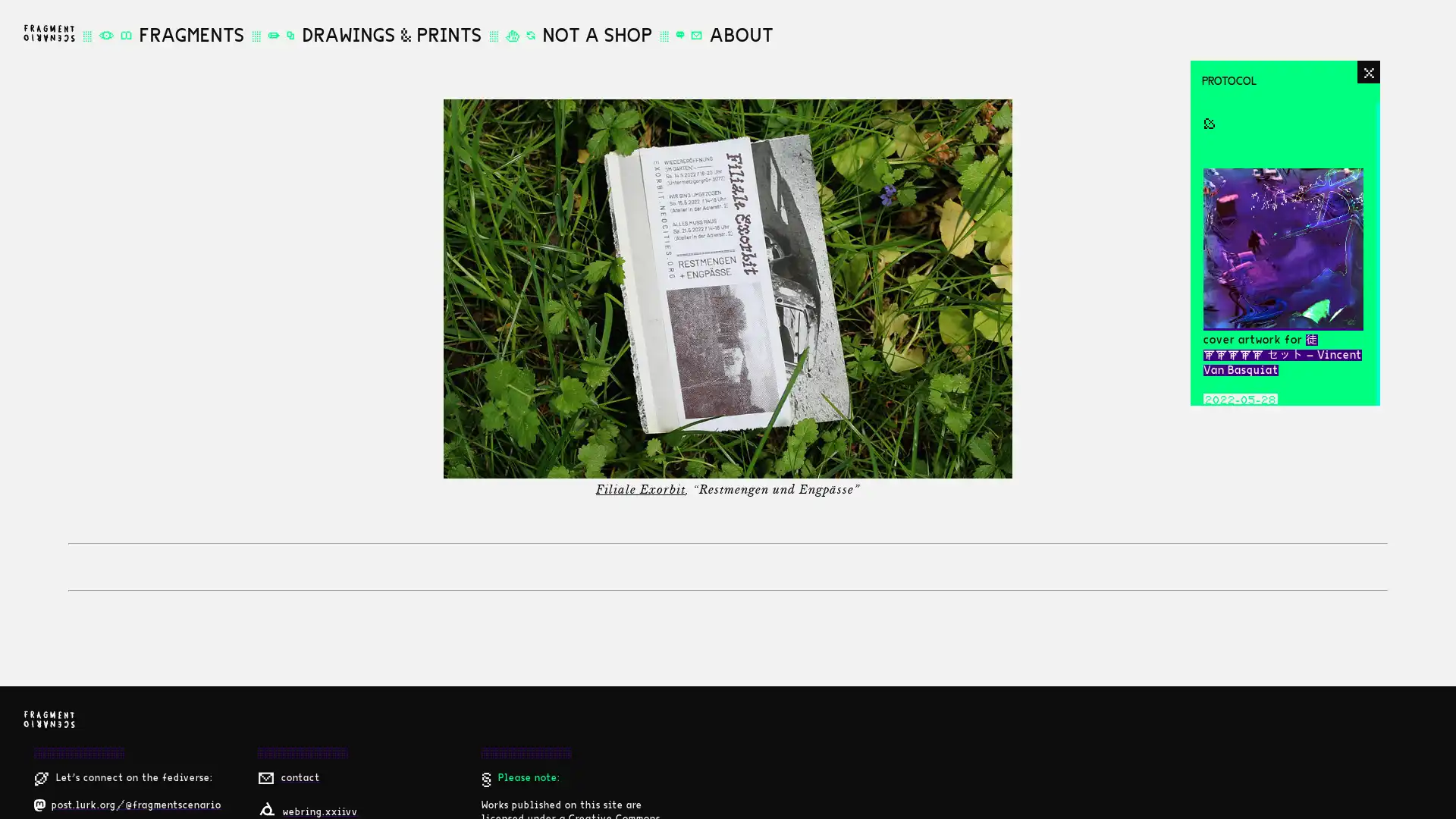 Image resolution: width=1456 pixels, height=819 pixels. What do you see at coordinates (1368, 72) in the screenshot?
I see `Close` at bounding box center [1368, 72].